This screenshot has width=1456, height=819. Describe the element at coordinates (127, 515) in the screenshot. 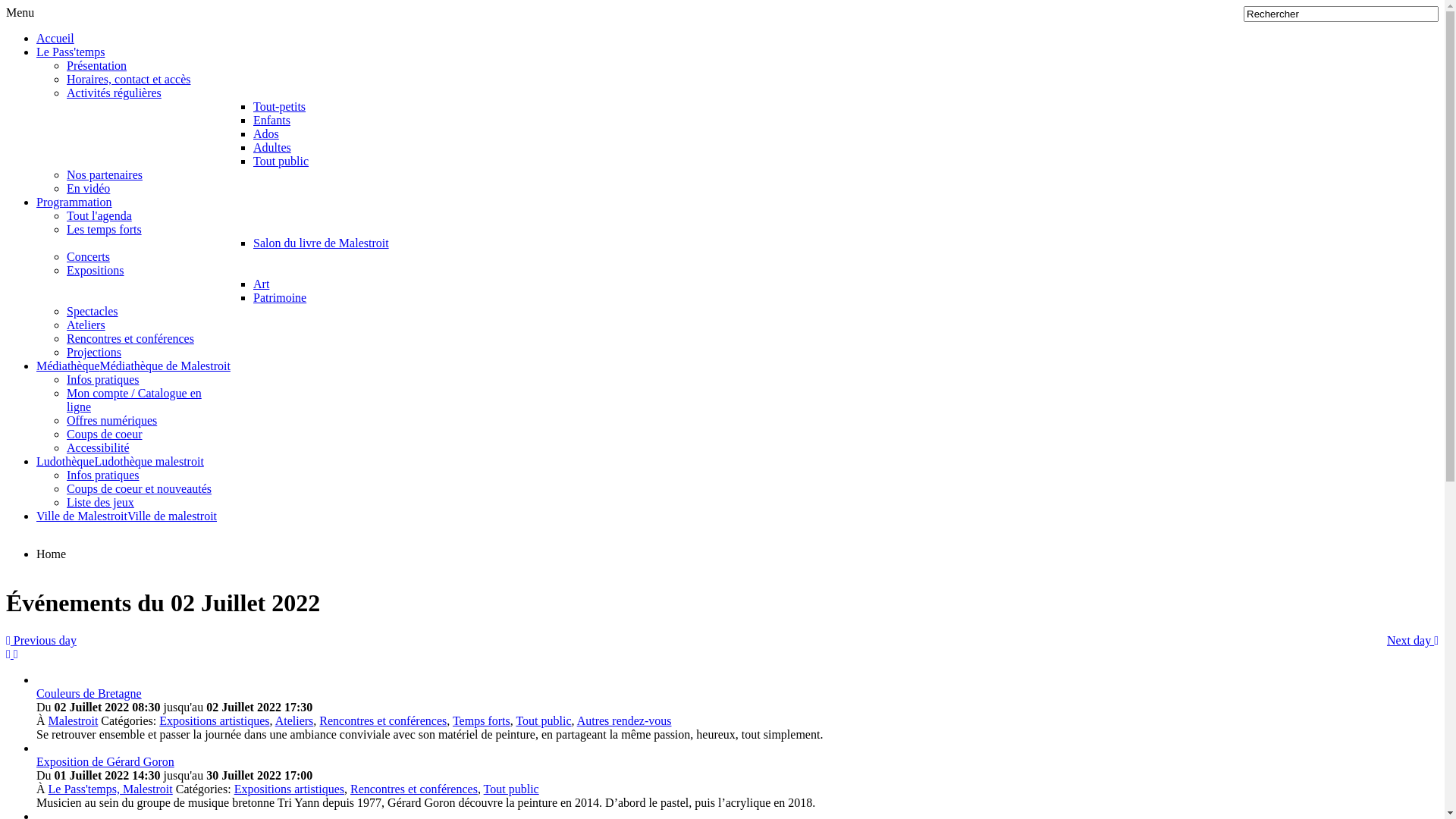

I see `'Ville de MalestroitVille de malestroit'` at that location.